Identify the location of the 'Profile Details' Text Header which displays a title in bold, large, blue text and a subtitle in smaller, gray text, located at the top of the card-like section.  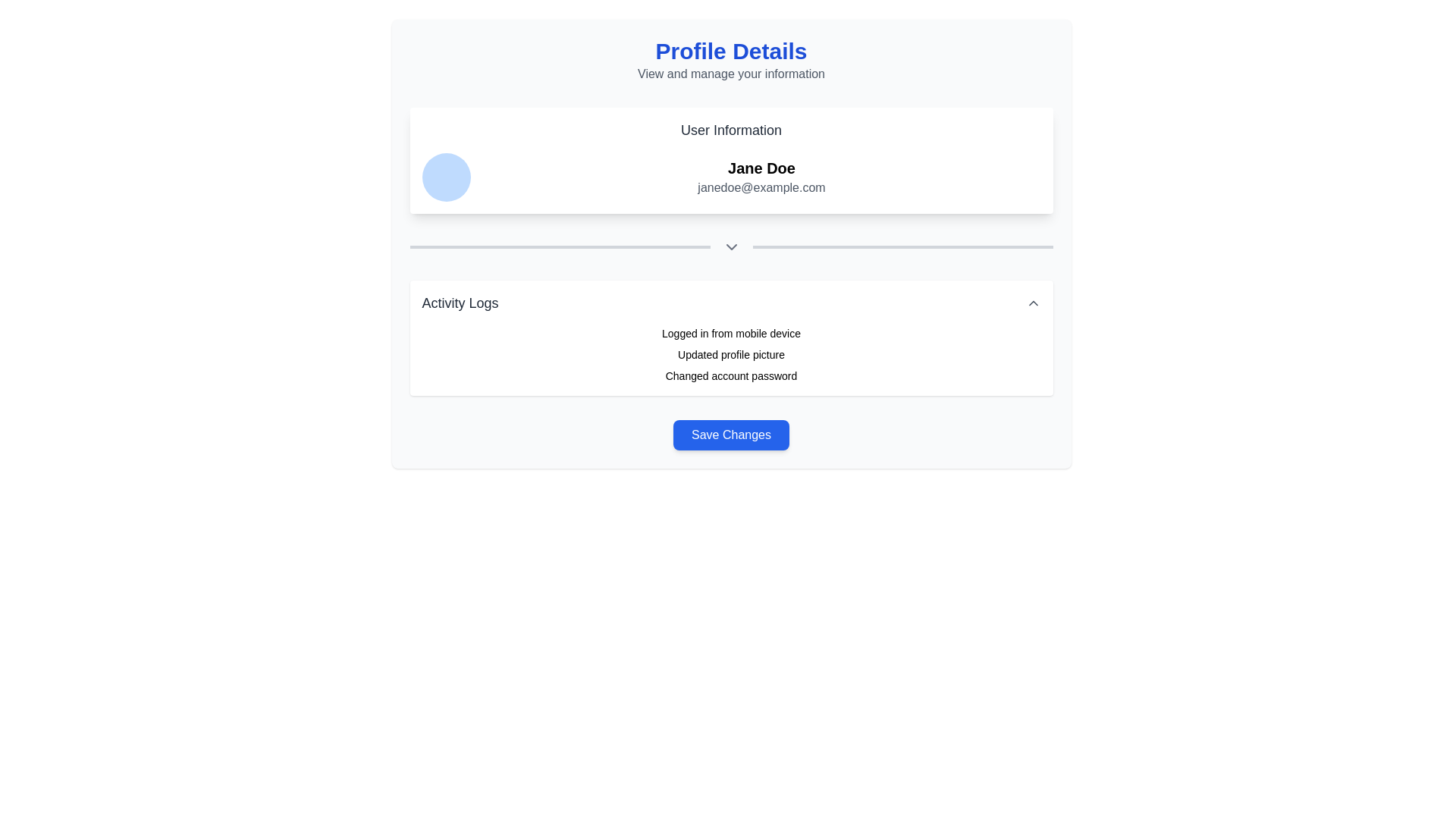
(731, 60).